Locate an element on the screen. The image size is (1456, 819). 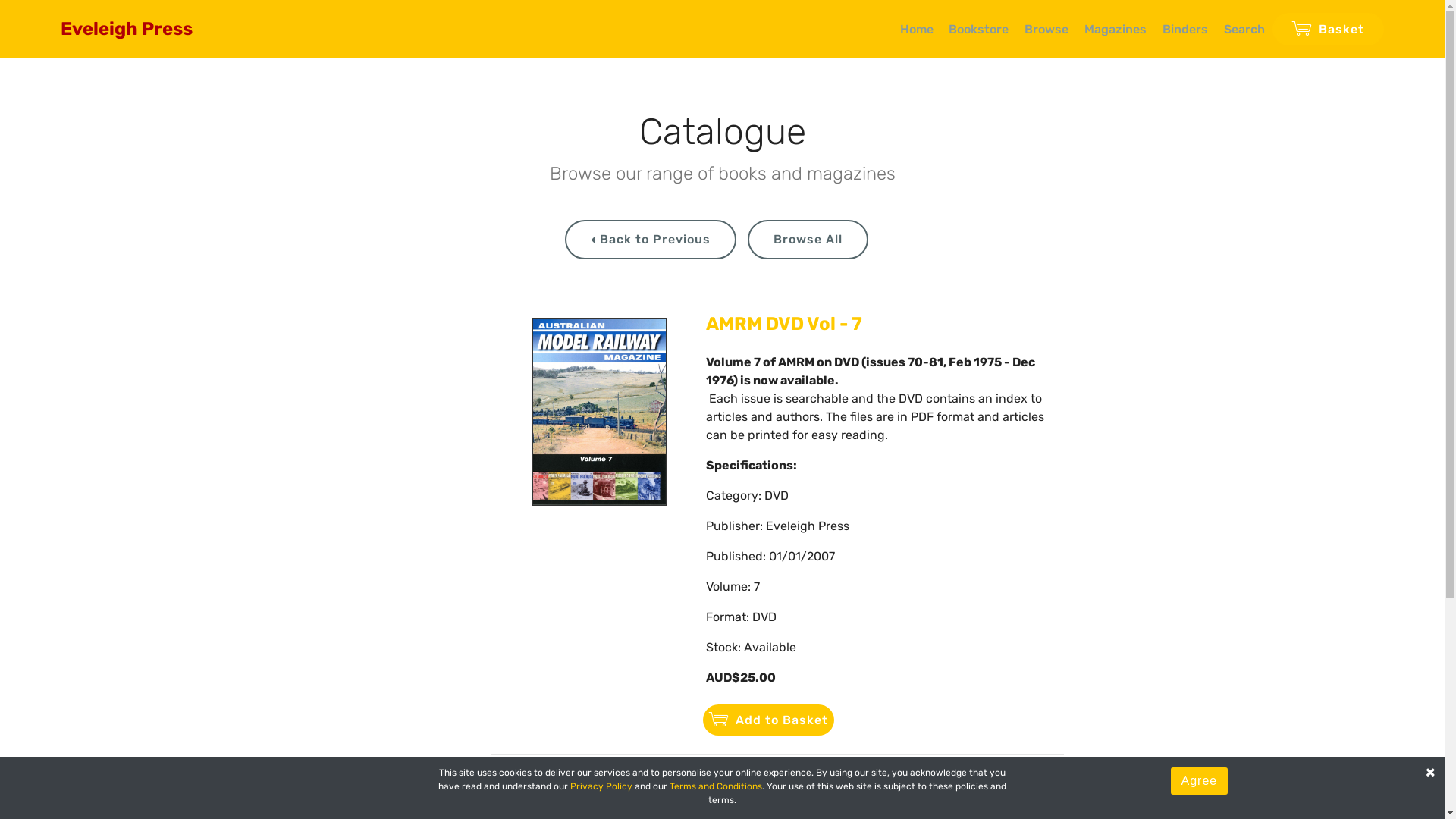
'Browse' is located at coordinates (1046, 29).